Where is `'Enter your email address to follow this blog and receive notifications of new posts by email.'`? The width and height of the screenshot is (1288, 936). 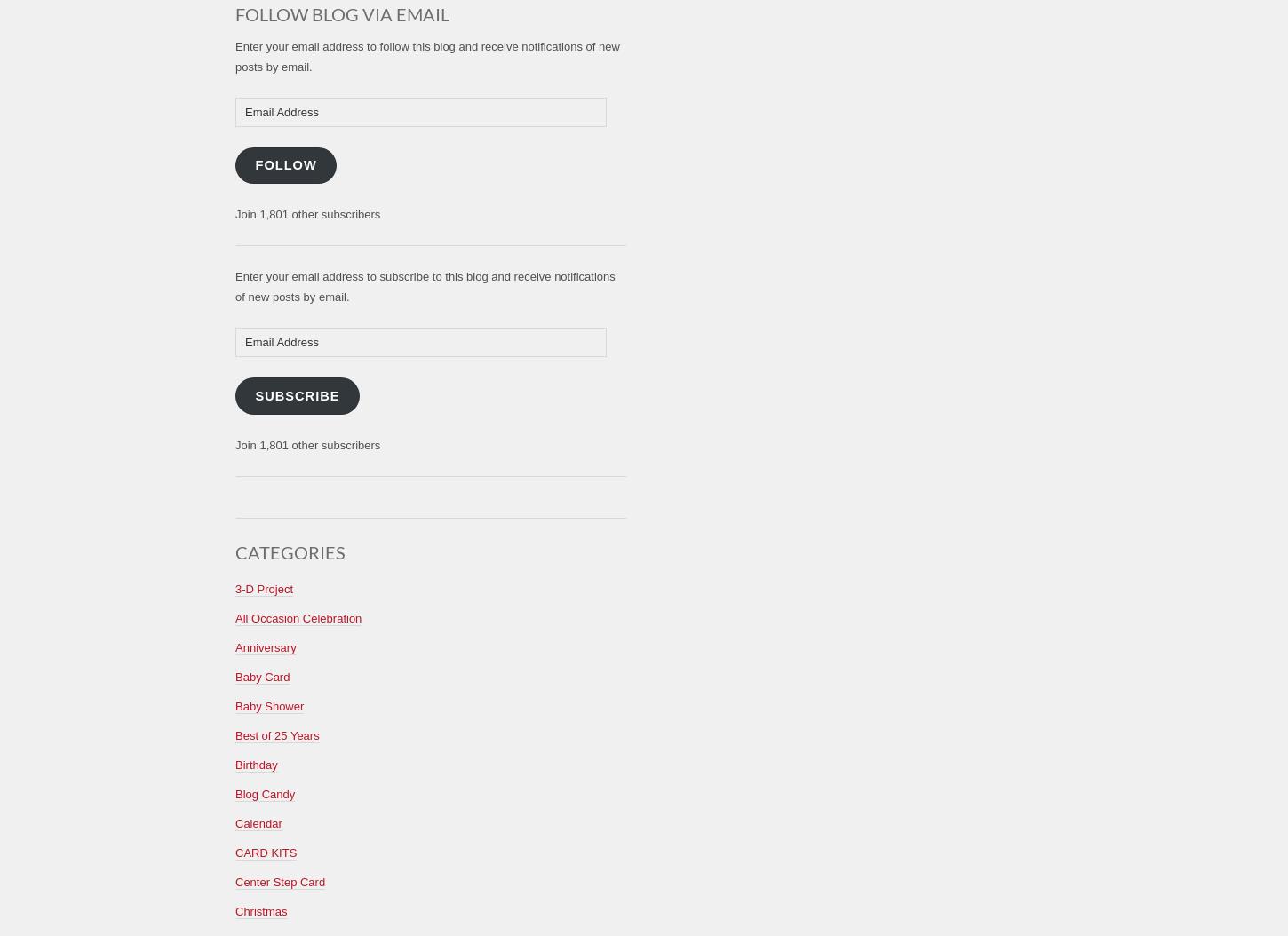 'Enter your email address to follow this blog and receive notifications of new posts by email.' is located at coordinates (425, 55).